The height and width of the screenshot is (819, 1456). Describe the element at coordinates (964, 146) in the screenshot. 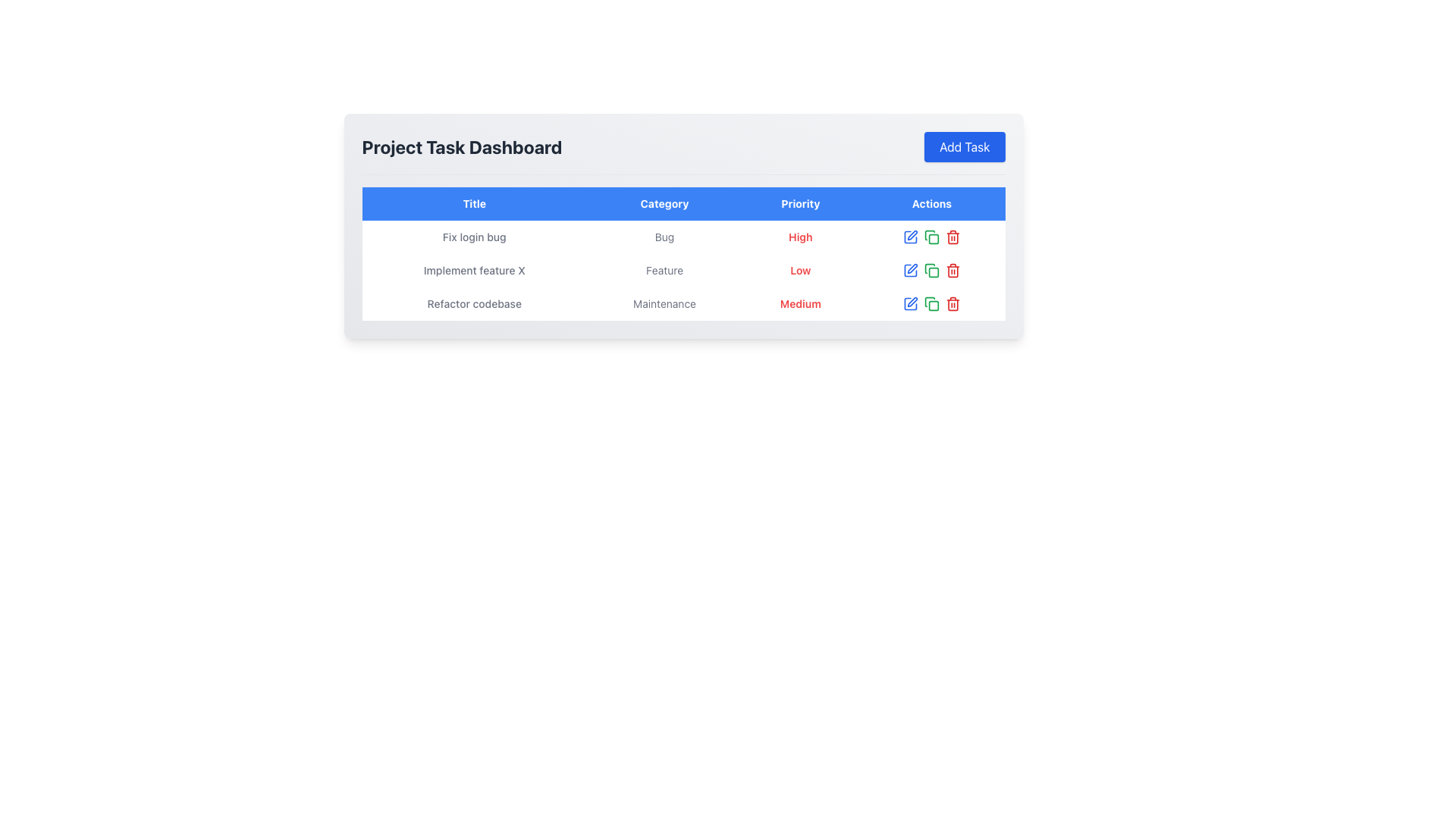

I see `the interactive button located in the top-right corner of the 'Project Task Dashboard' section` at that location.